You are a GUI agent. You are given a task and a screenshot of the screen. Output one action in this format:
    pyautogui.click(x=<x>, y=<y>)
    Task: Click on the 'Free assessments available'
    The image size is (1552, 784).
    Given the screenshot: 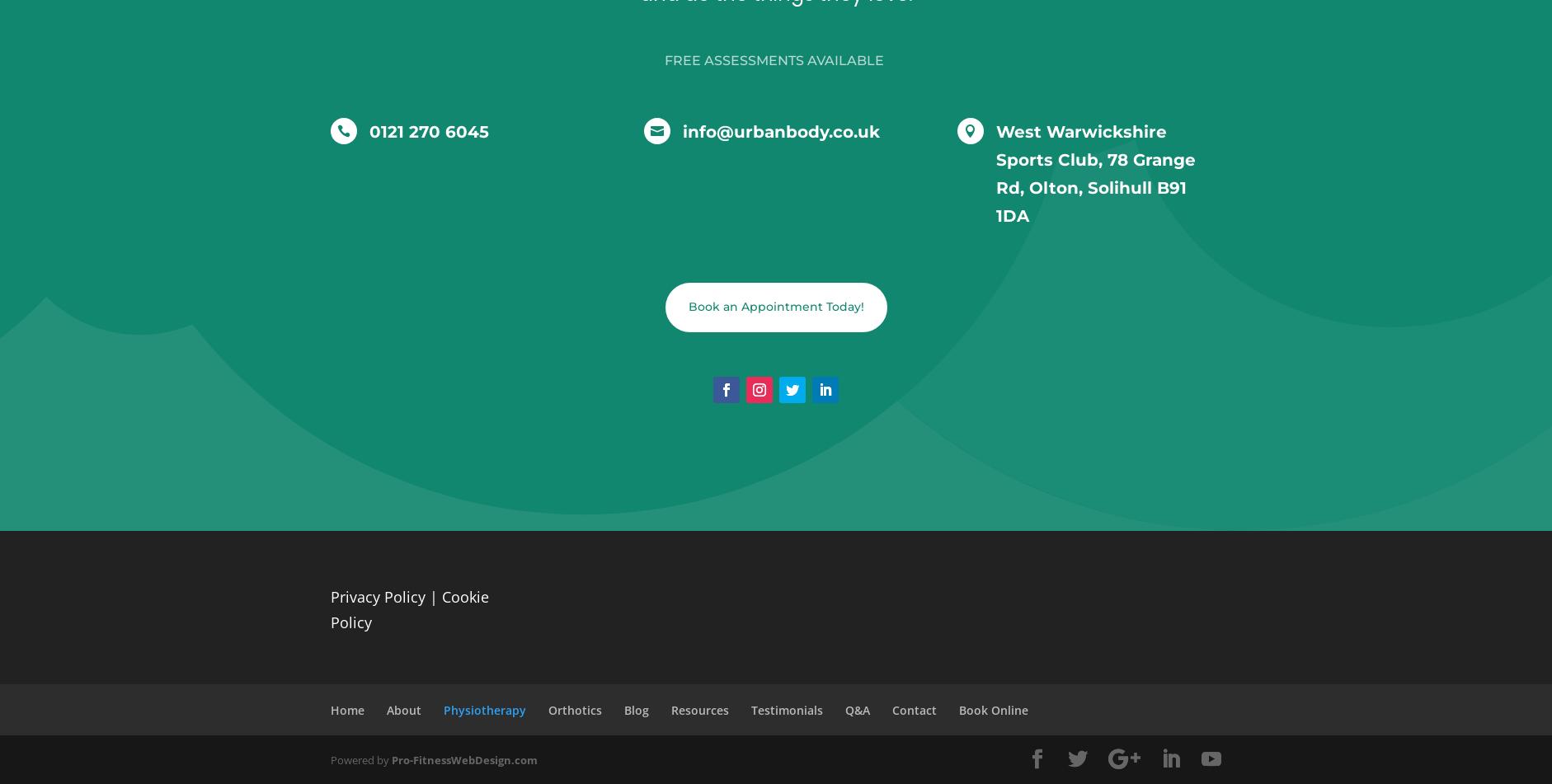 What is the action you would take?
    pyautogui.click(x=665, y=59)
    